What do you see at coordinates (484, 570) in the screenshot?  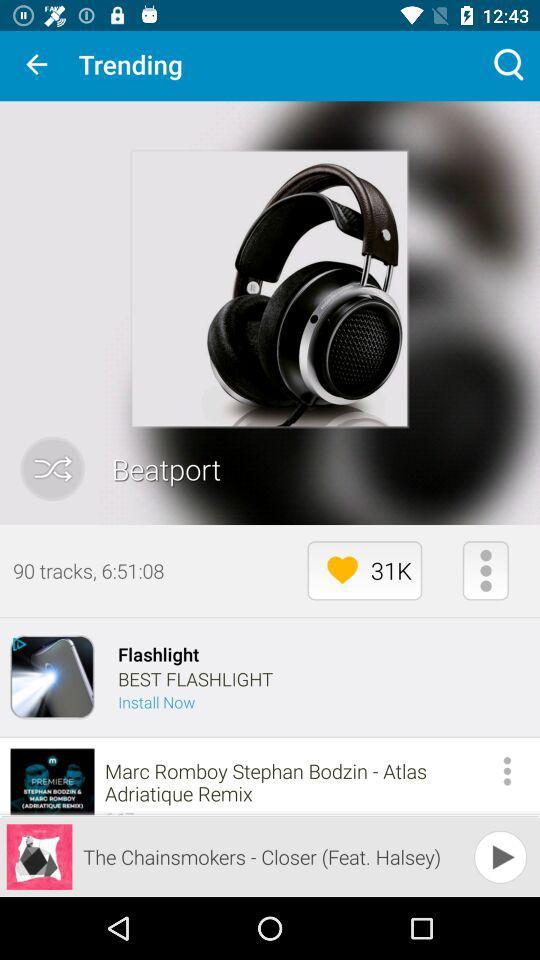 I see `the more icon` at bounding box center [484, 570].